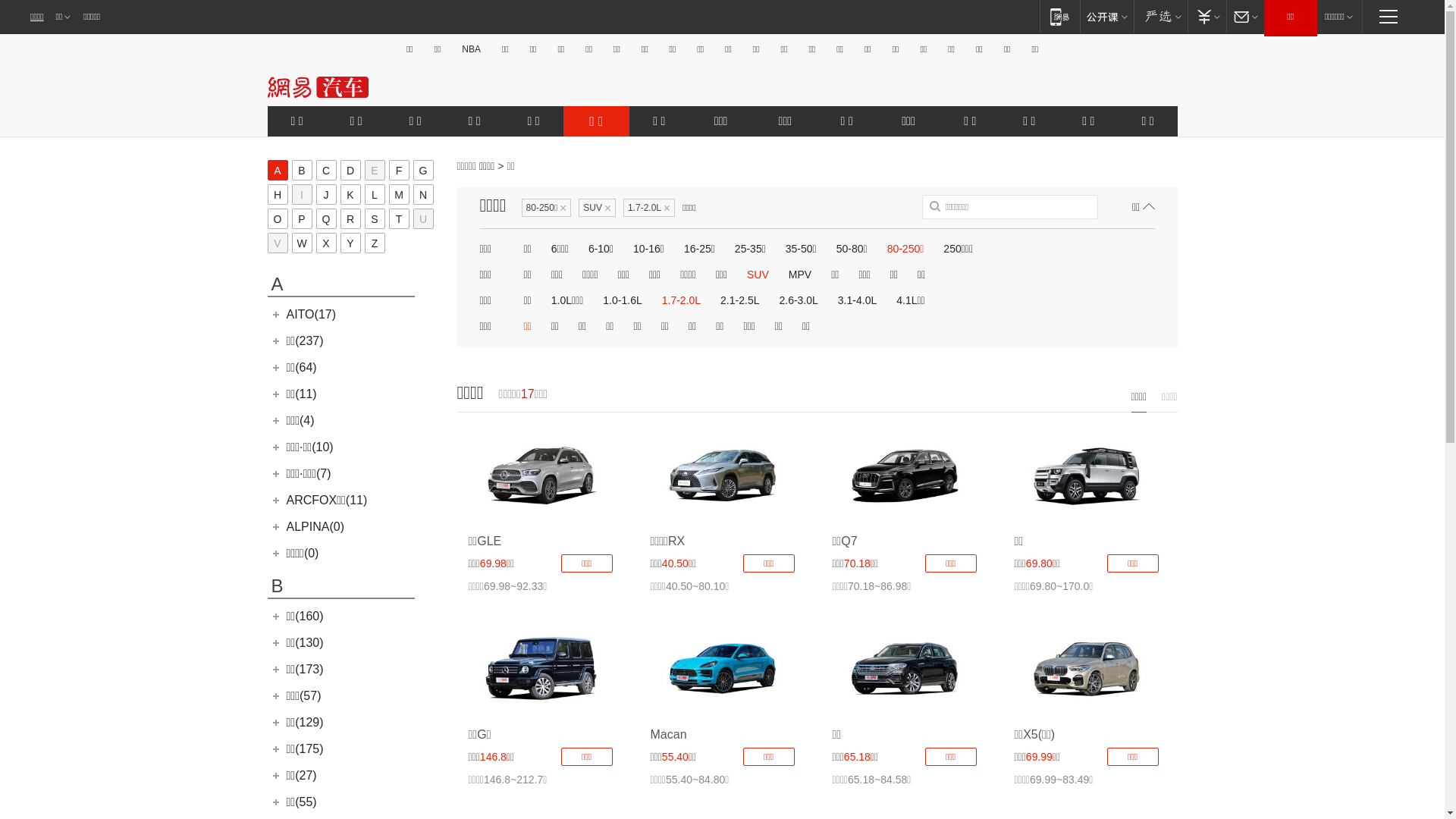 Image resolution: width=1456 pixels, height=819 pixels. What do you see at coordinates (325, 193) in the screenshot?
I see `'J'` at bounding box center [325, 193].